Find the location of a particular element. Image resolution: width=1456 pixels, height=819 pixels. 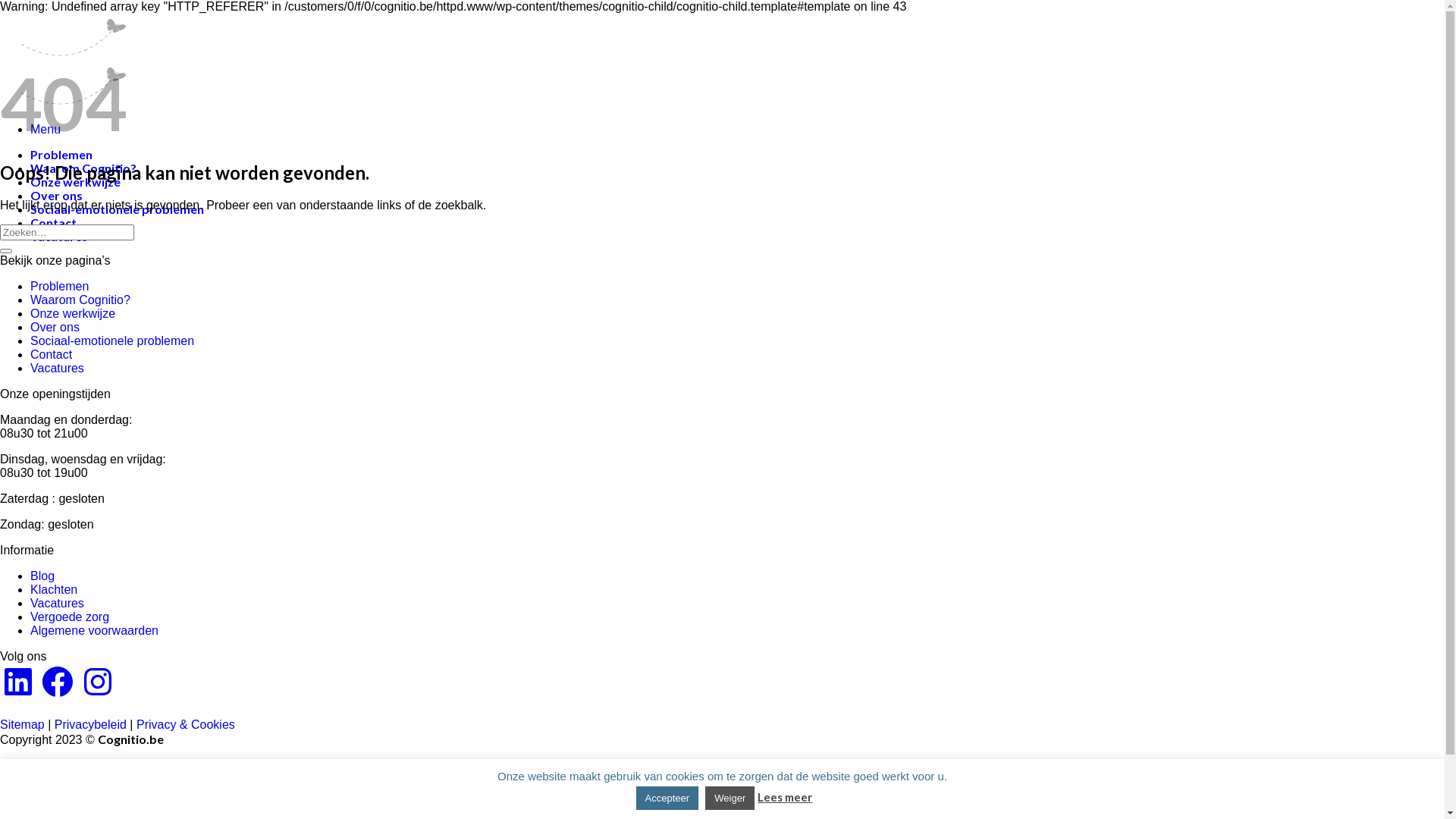

'Waarom Cognitio?' is located at coordinates (83, 781).